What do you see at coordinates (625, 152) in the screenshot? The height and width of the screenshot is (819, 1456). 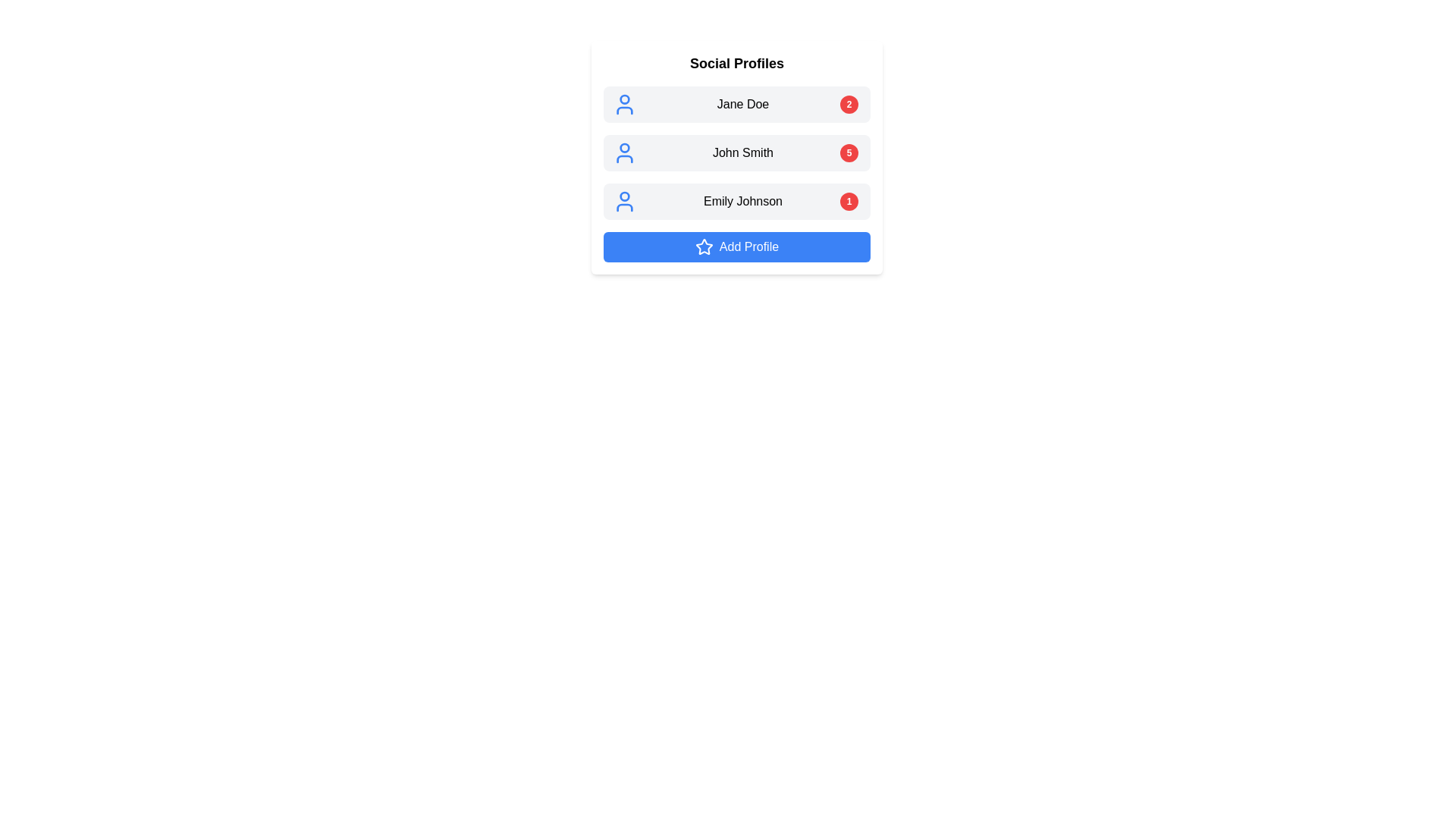 I see `the blue user profile icon representing a simplified human figure in the 'Social Profiles' widget, which is part of the row containing the text 'John Smith'` at bounding box center [625, 152].